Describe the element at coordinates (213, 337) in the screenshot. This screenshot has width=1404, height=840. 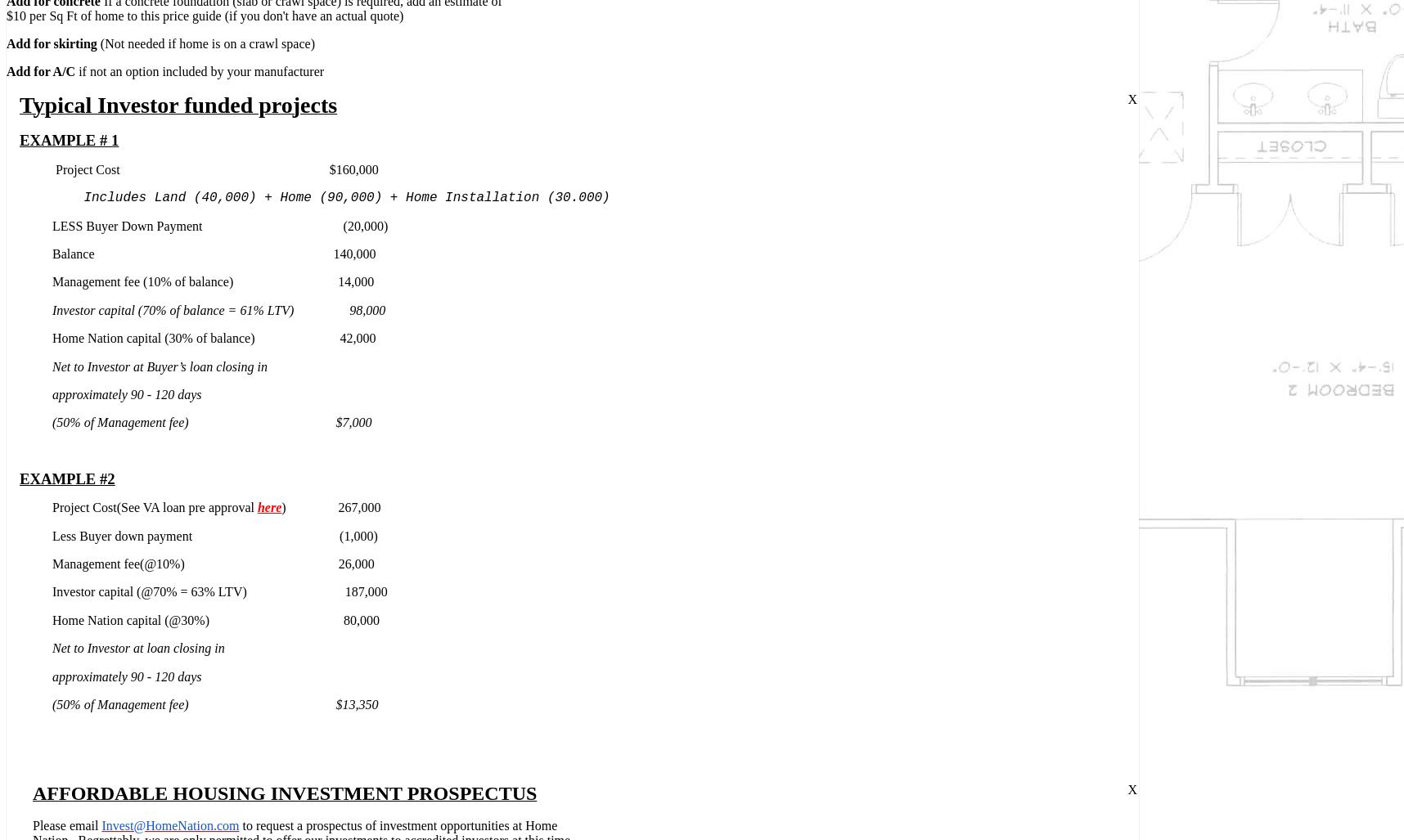
I see `'Home Nation capital (30% of balance)                          42,000'` at that location.